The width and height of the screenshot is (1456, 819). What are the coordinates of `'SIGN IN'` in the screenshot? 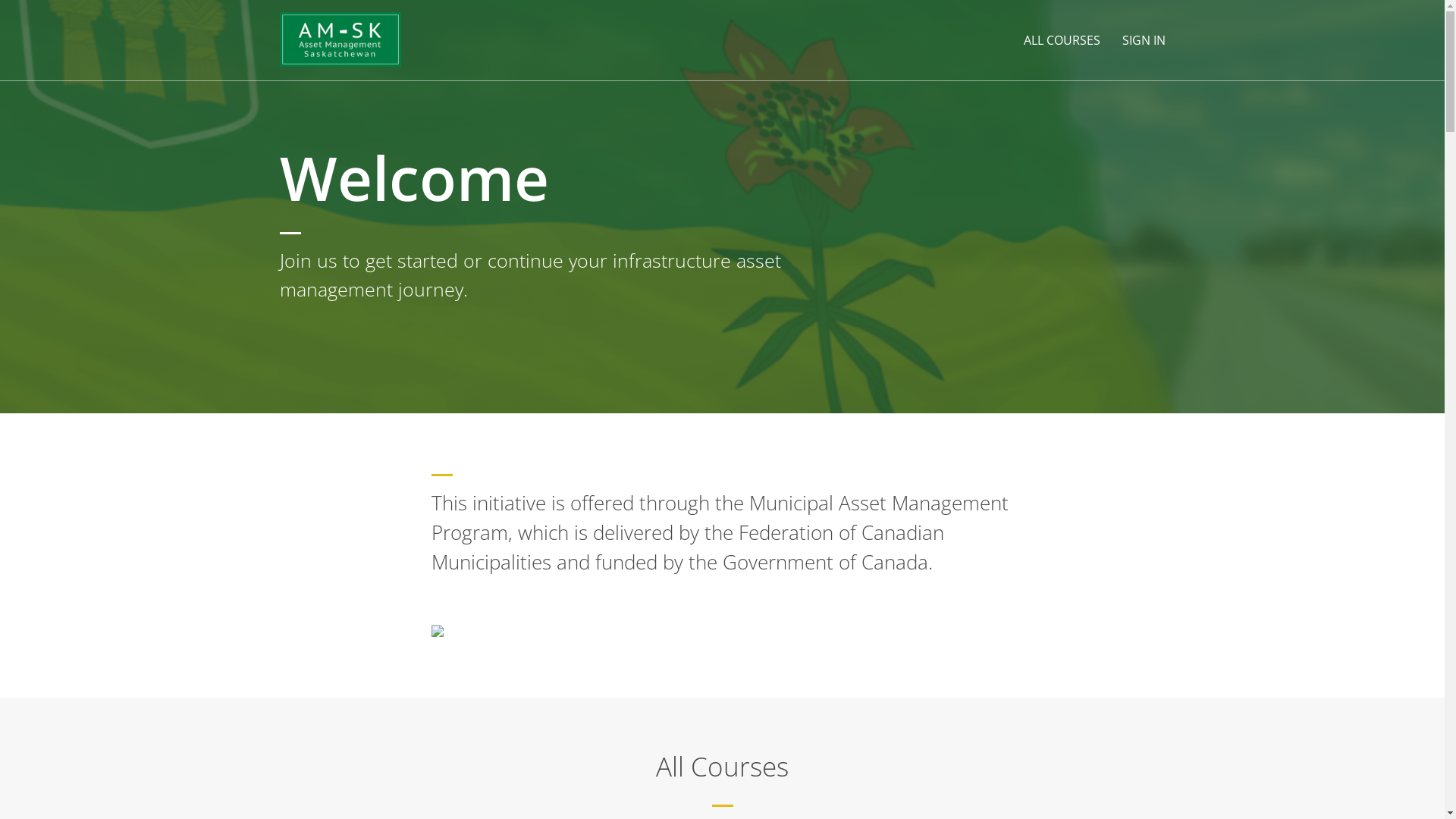 It's located at (1144, 39).